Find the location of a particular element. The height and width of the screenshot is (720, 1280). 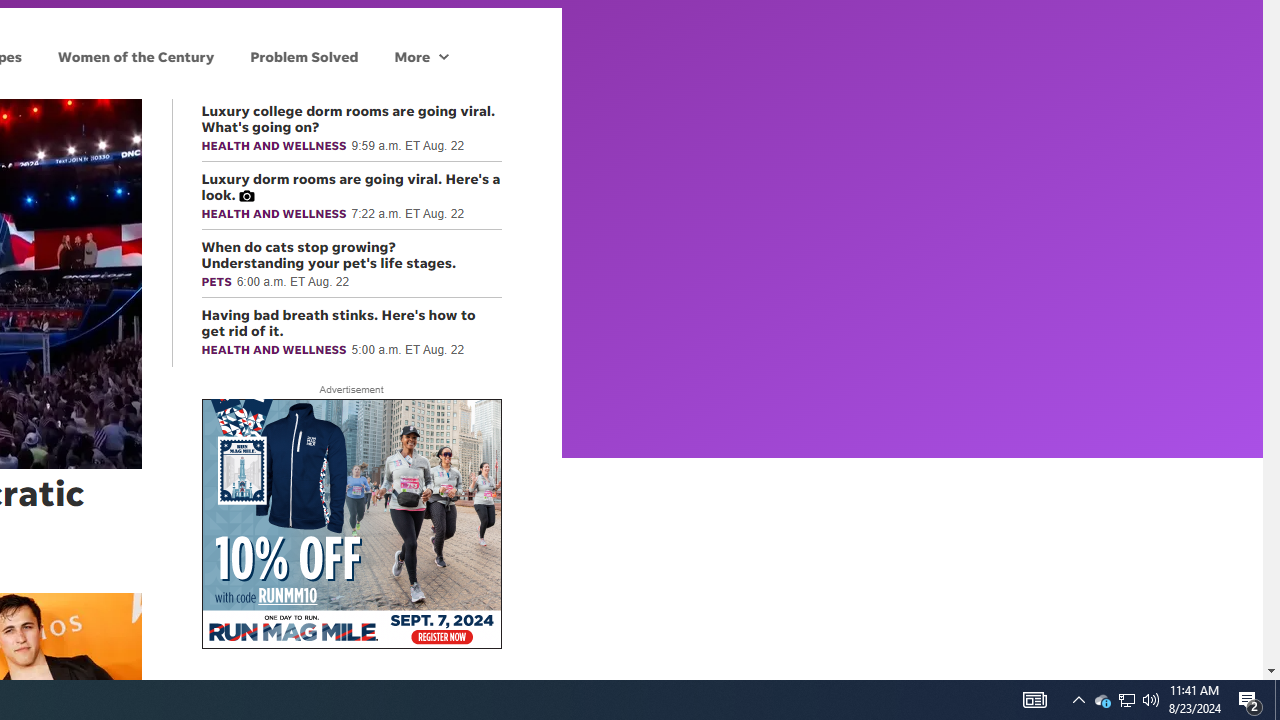

'AutomationID: aw0' is located at coordinates (351, 524).